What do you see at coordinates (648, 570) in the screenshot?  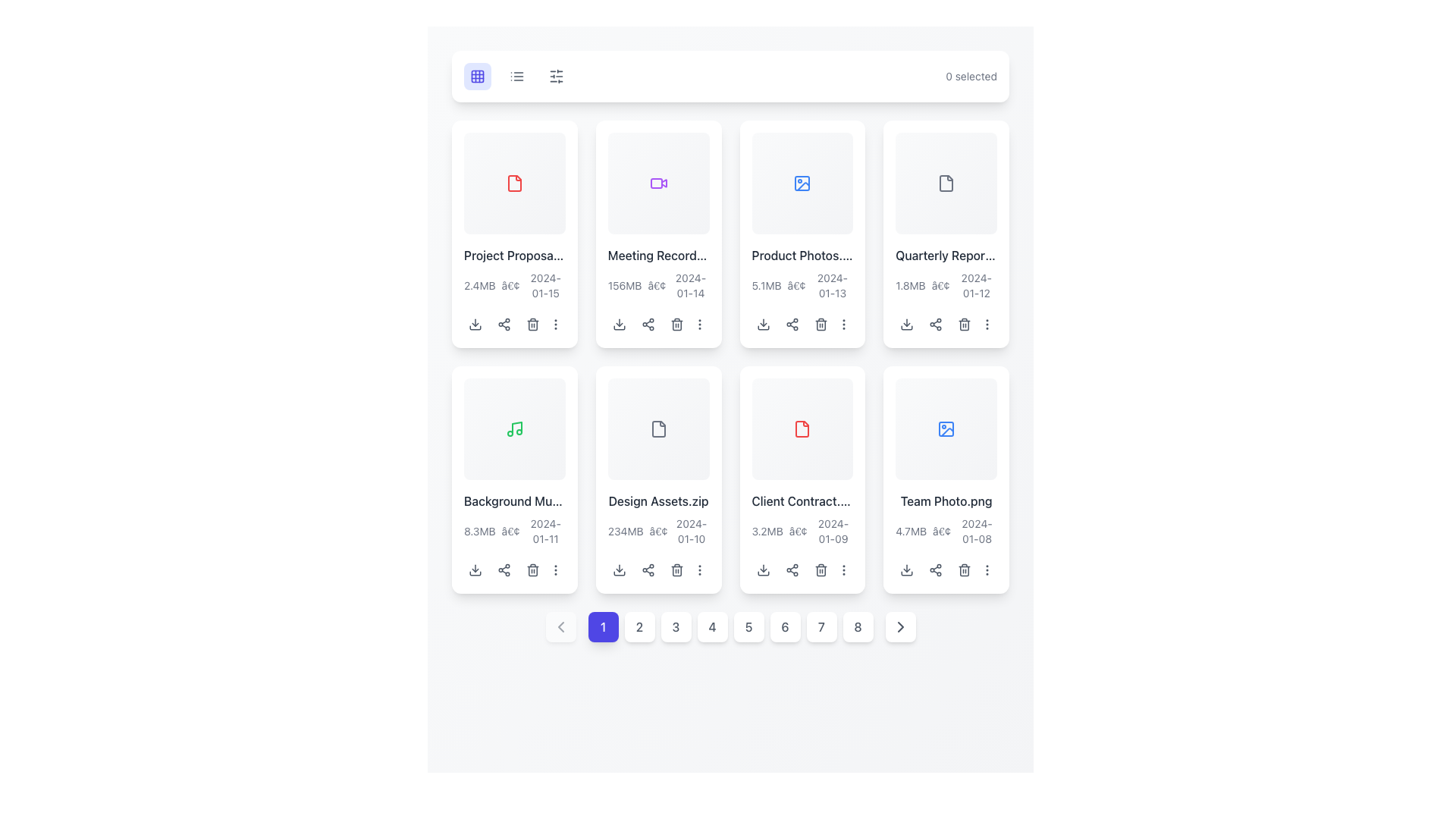 I see `the share icon button, which is represented by three interconnected circles and two lines in a triangular arrangement, located in the second row, second column of the grid layout under the 'Design Assets.zip' file thumbnail to initiate the sharing process` at bounding box center [648, 570].